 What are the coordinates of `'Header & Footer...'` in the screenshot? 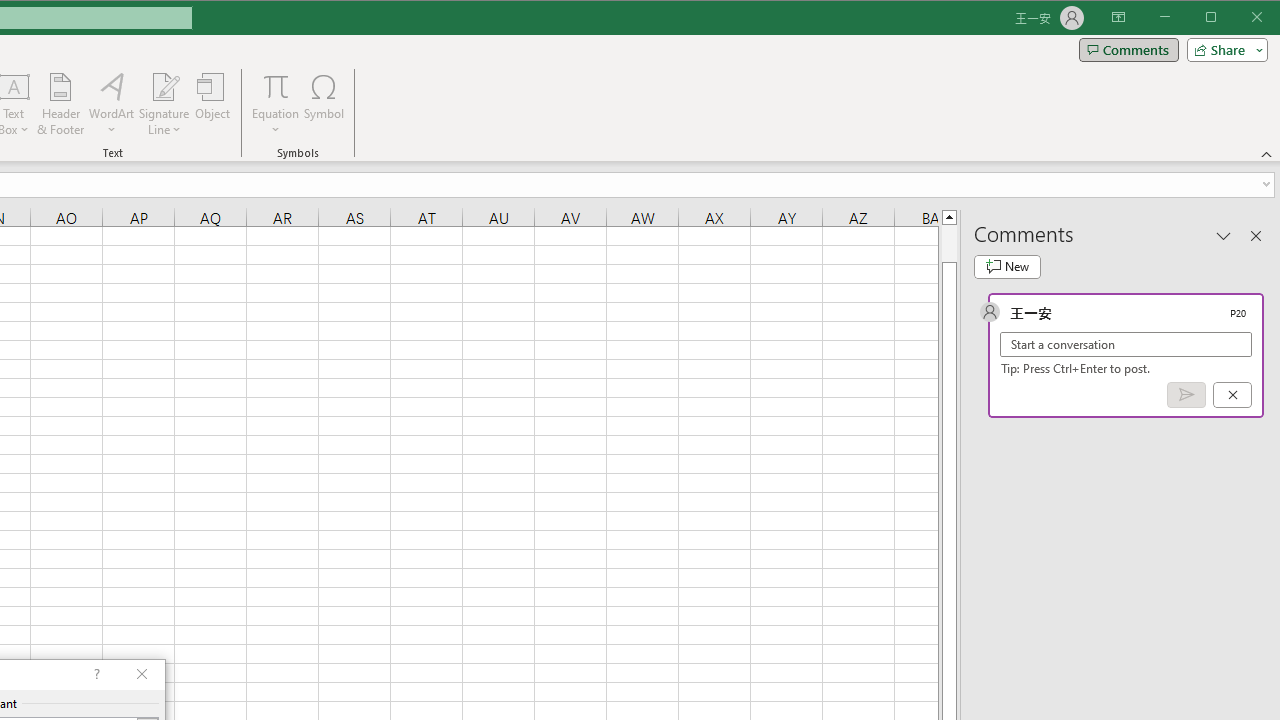 It's located at (60, 104).